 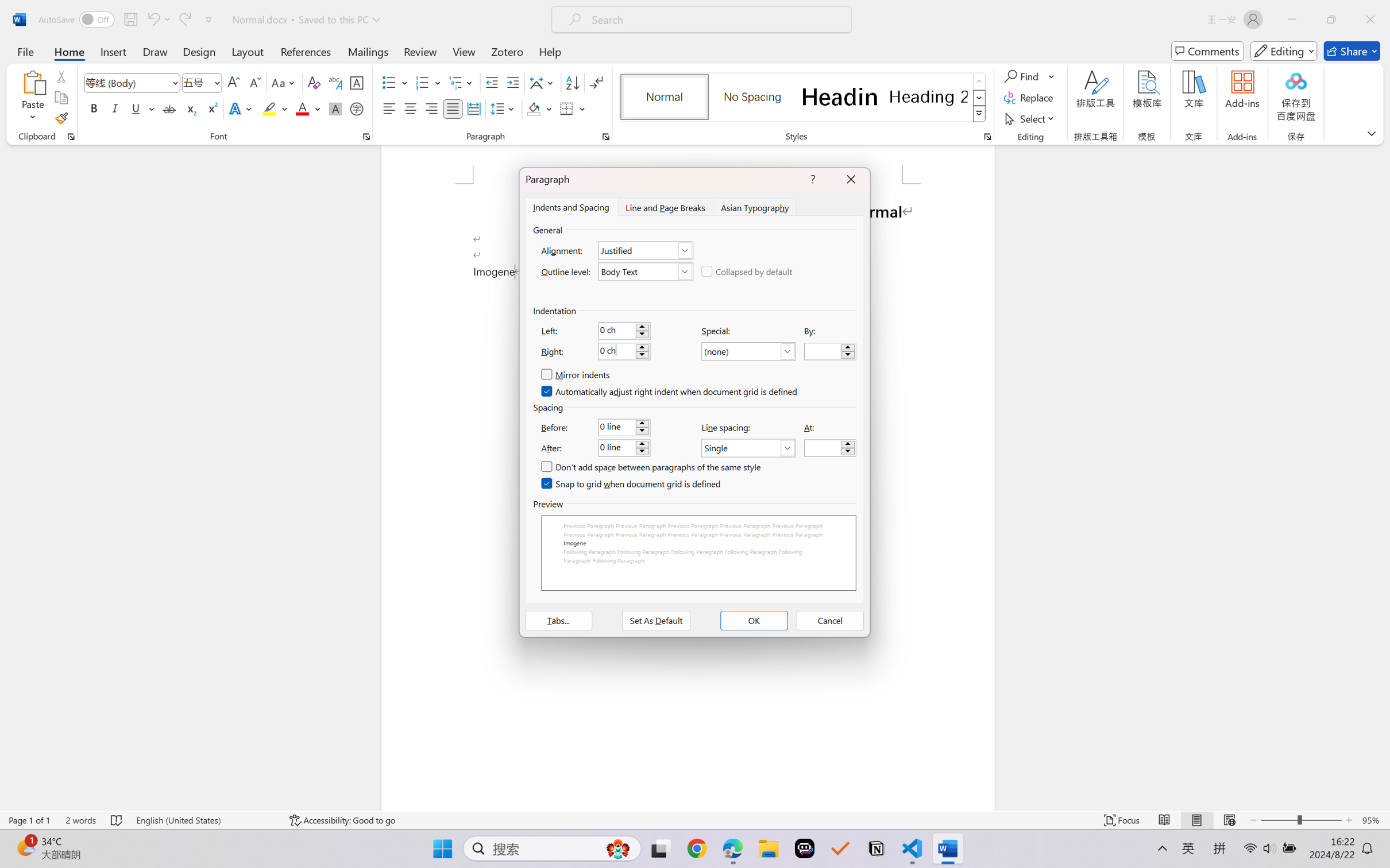 What do you see at coordinates (928, 96) in the screenshot?
I see `'Heading 2'` at bounding box center [928, 96].